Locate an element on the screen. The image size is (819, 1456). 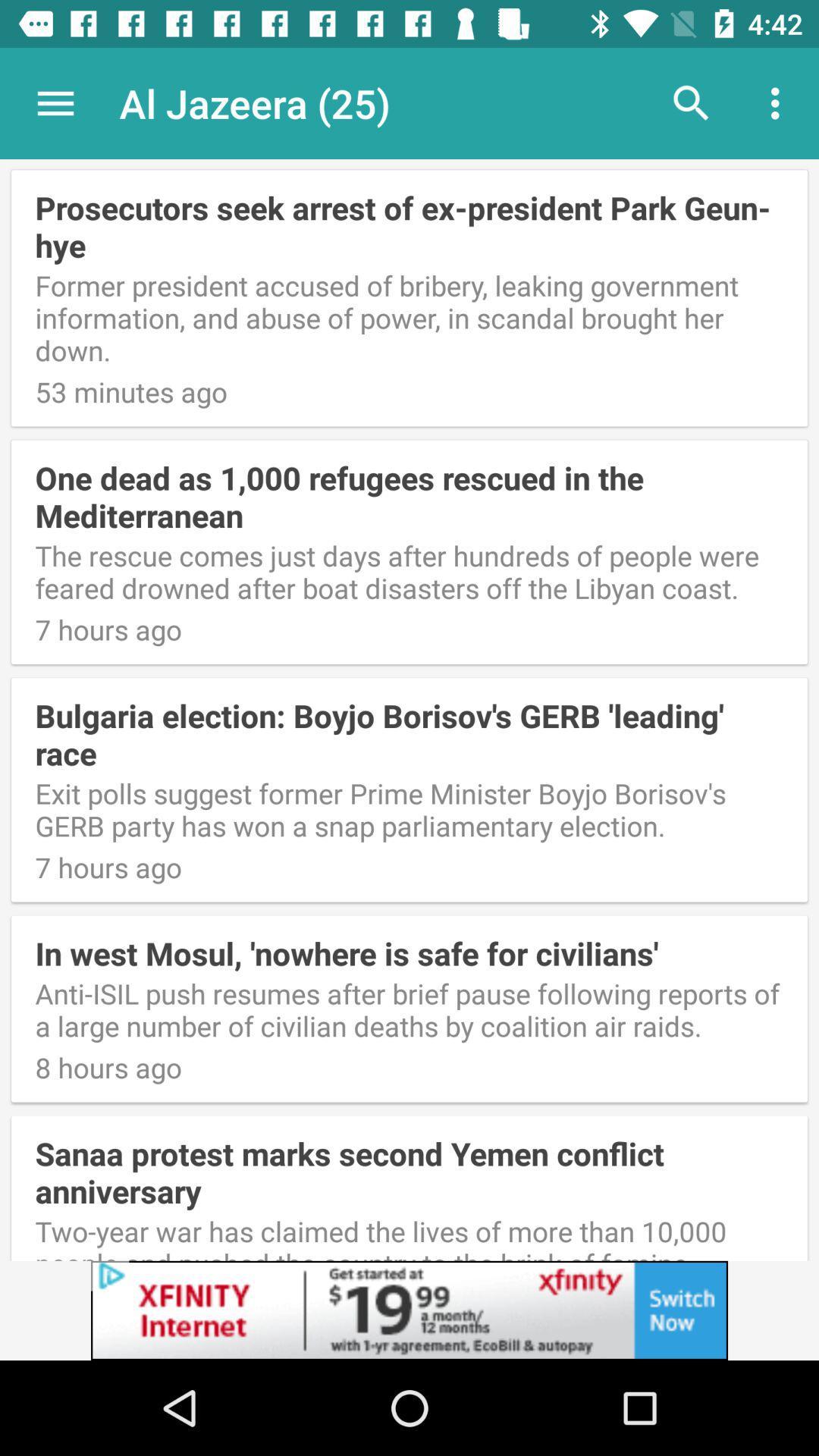
click for advertisement is located at coordinates (409, 1310).